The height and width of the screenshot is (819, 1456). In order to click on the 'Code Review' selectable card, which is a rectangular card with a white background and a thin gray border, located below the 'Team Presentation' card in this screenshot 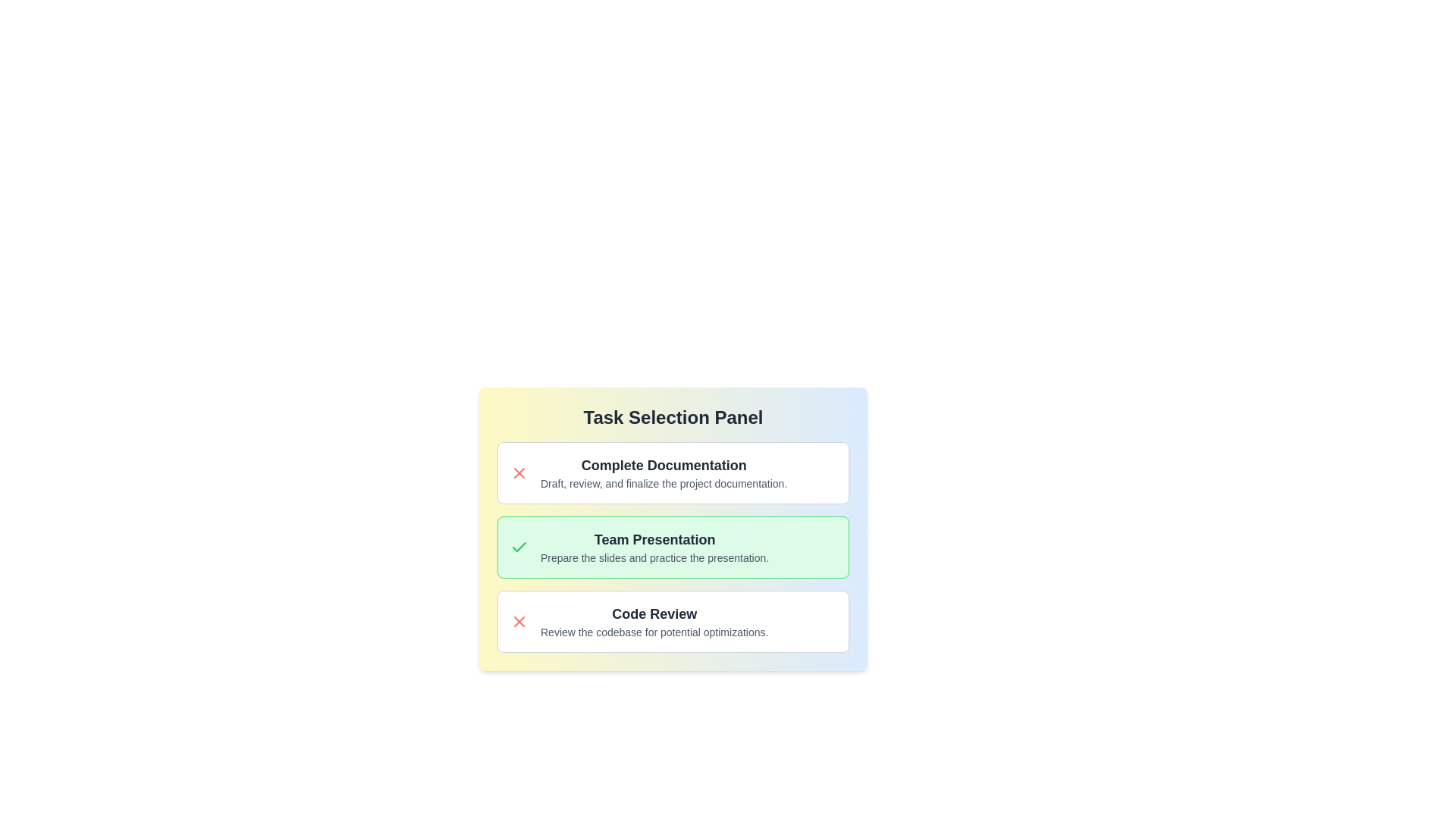, I will do `click(673, 622)`.